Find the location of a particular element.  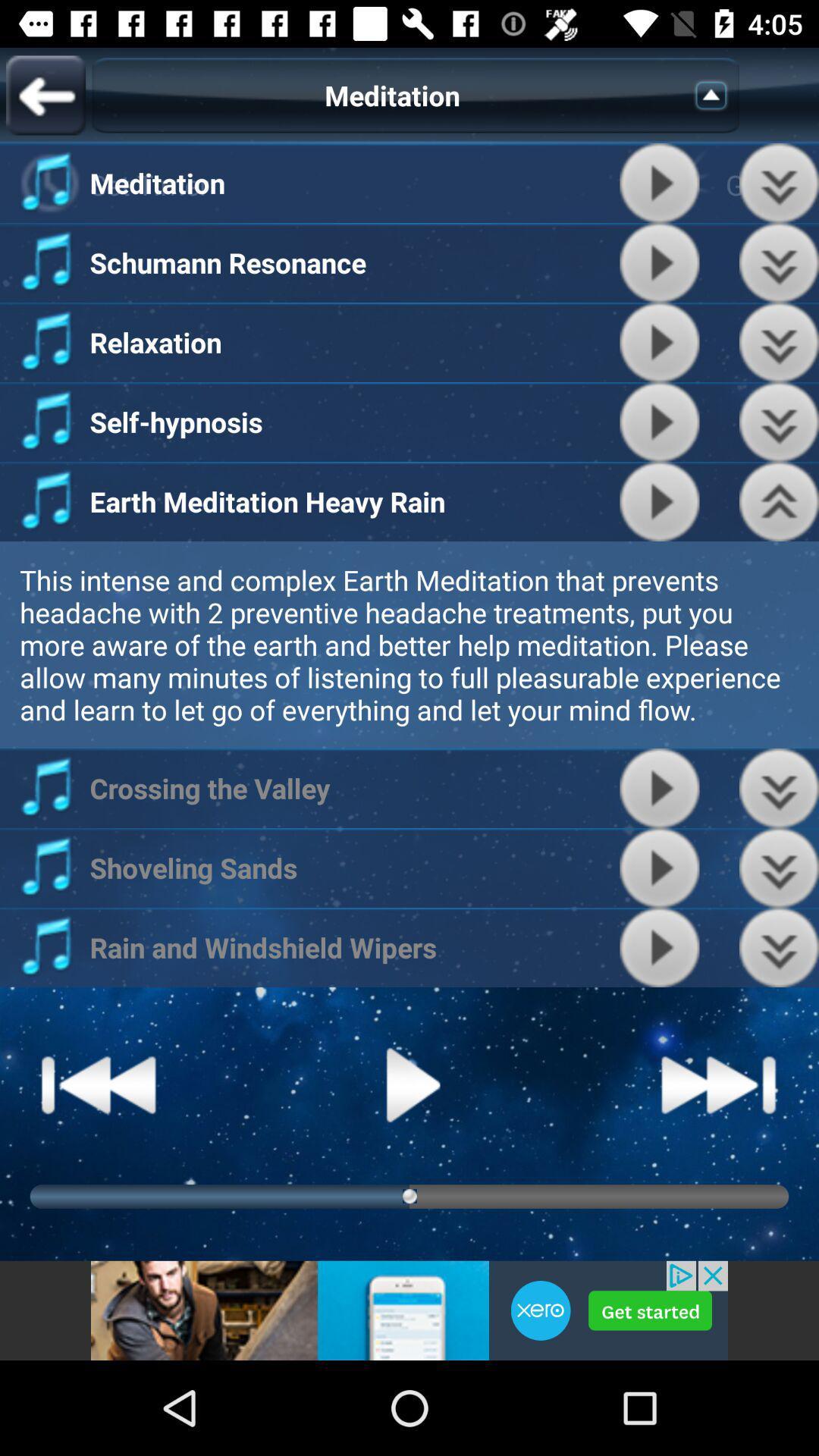

play is located at coordinates (659, 262).